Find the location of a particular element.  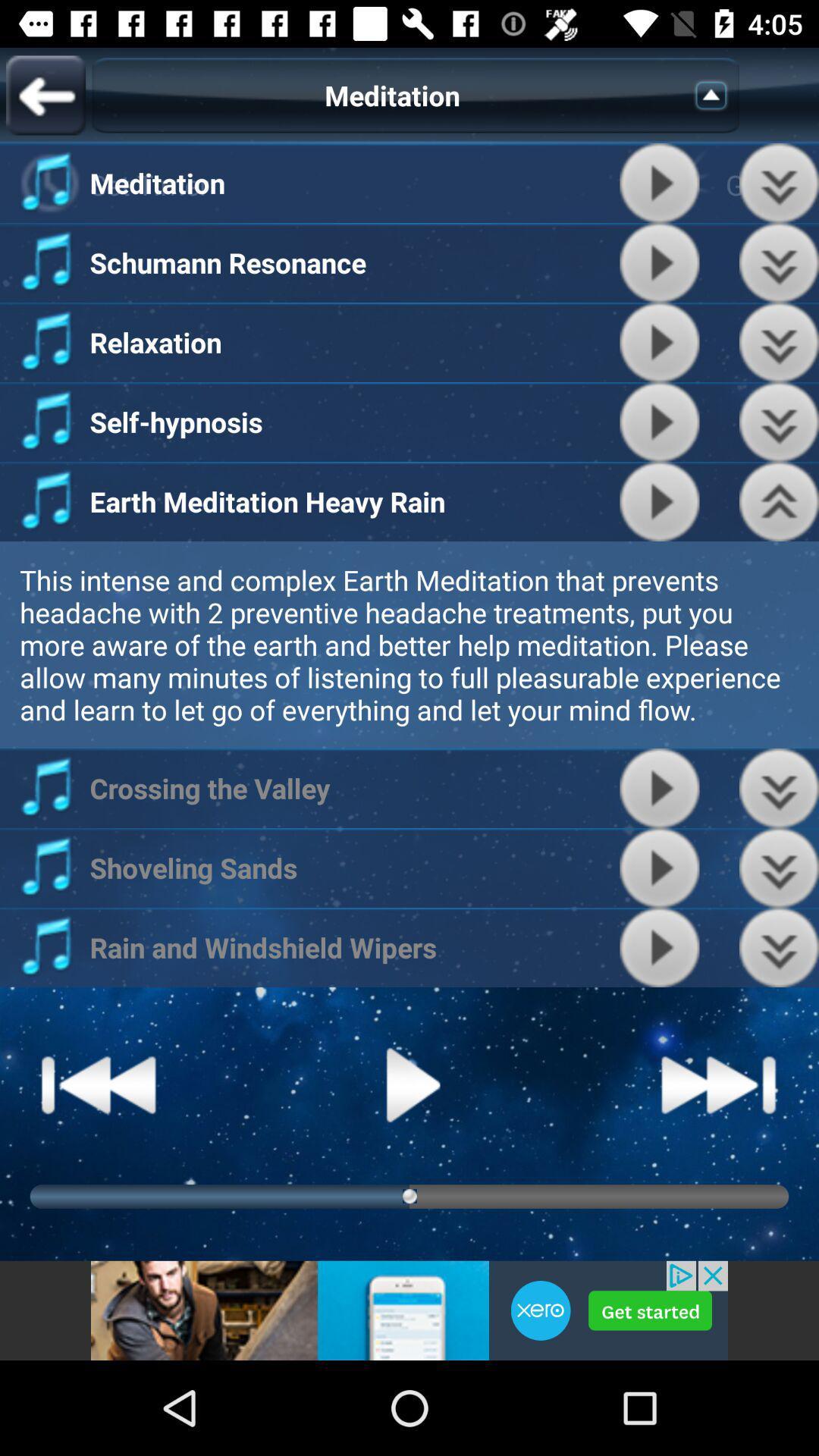

play is located at coordinates (659, 262).